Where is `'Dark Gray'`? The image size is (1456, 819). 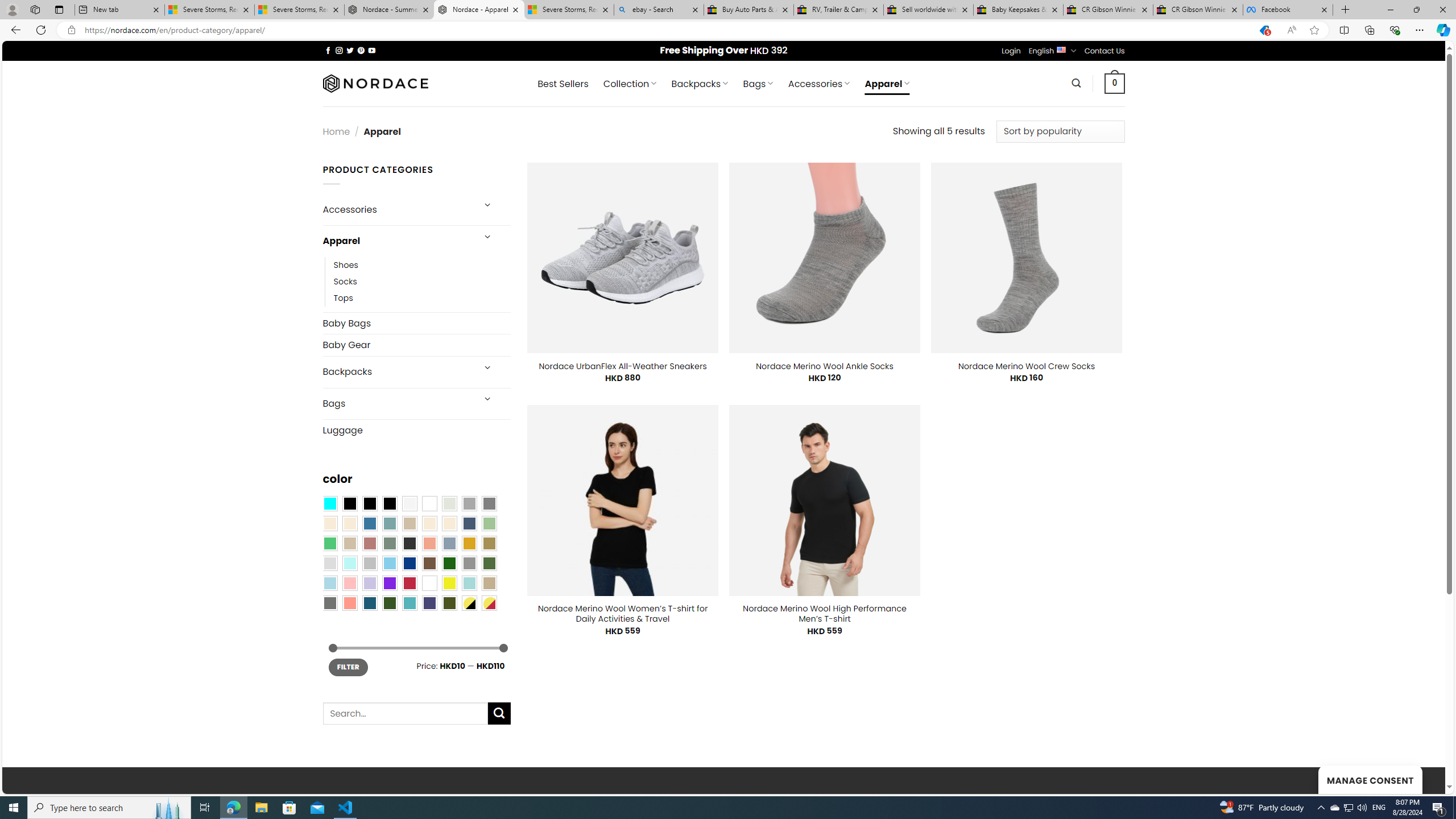
'Dark Gray' is located at coordinates (468, 503).